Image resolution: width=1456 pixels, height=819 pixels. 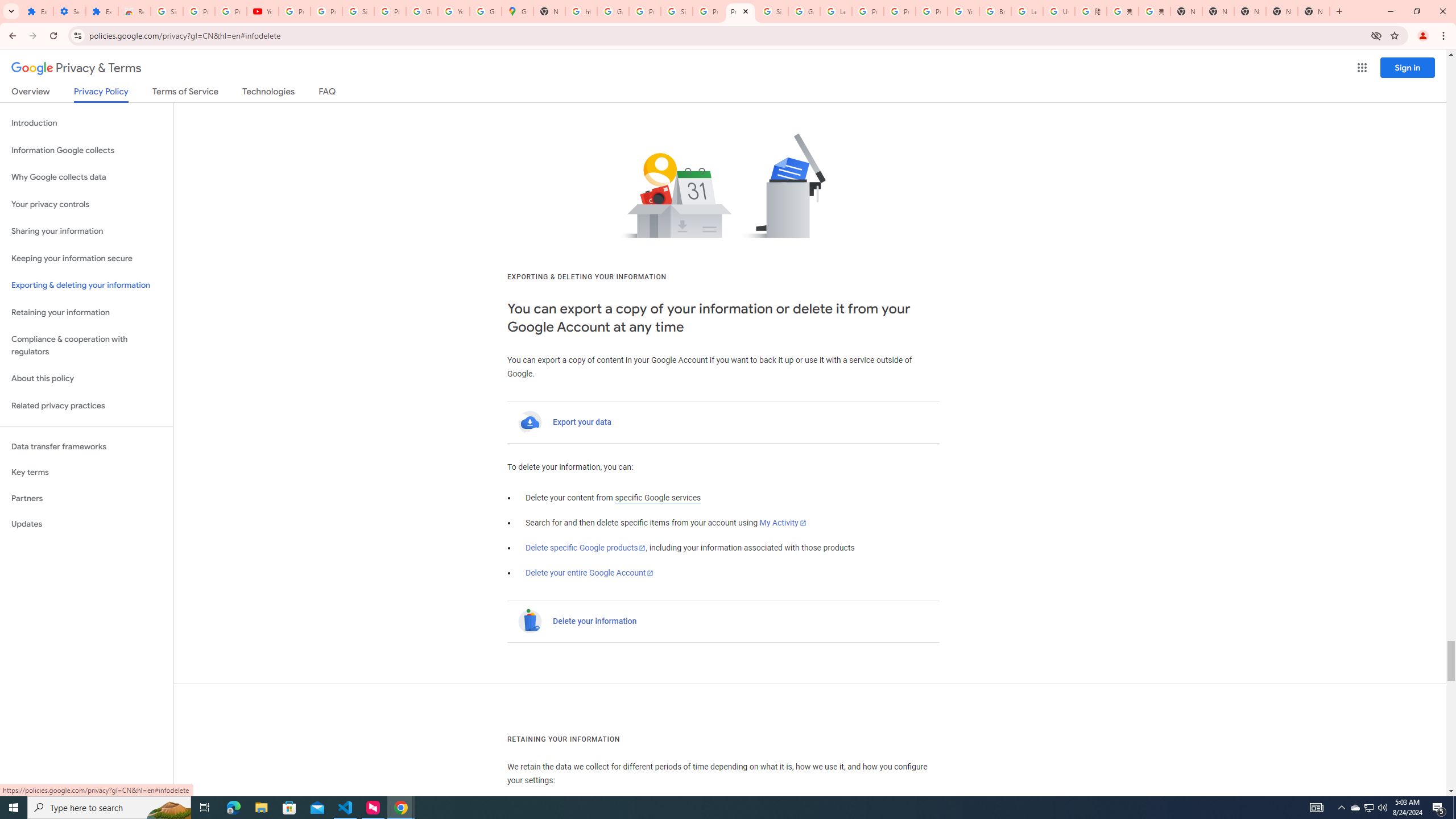 What do you see at coordinates (102, 11) in the screenshot?
I see `'Extensions'` at bounding box center [102, 11].